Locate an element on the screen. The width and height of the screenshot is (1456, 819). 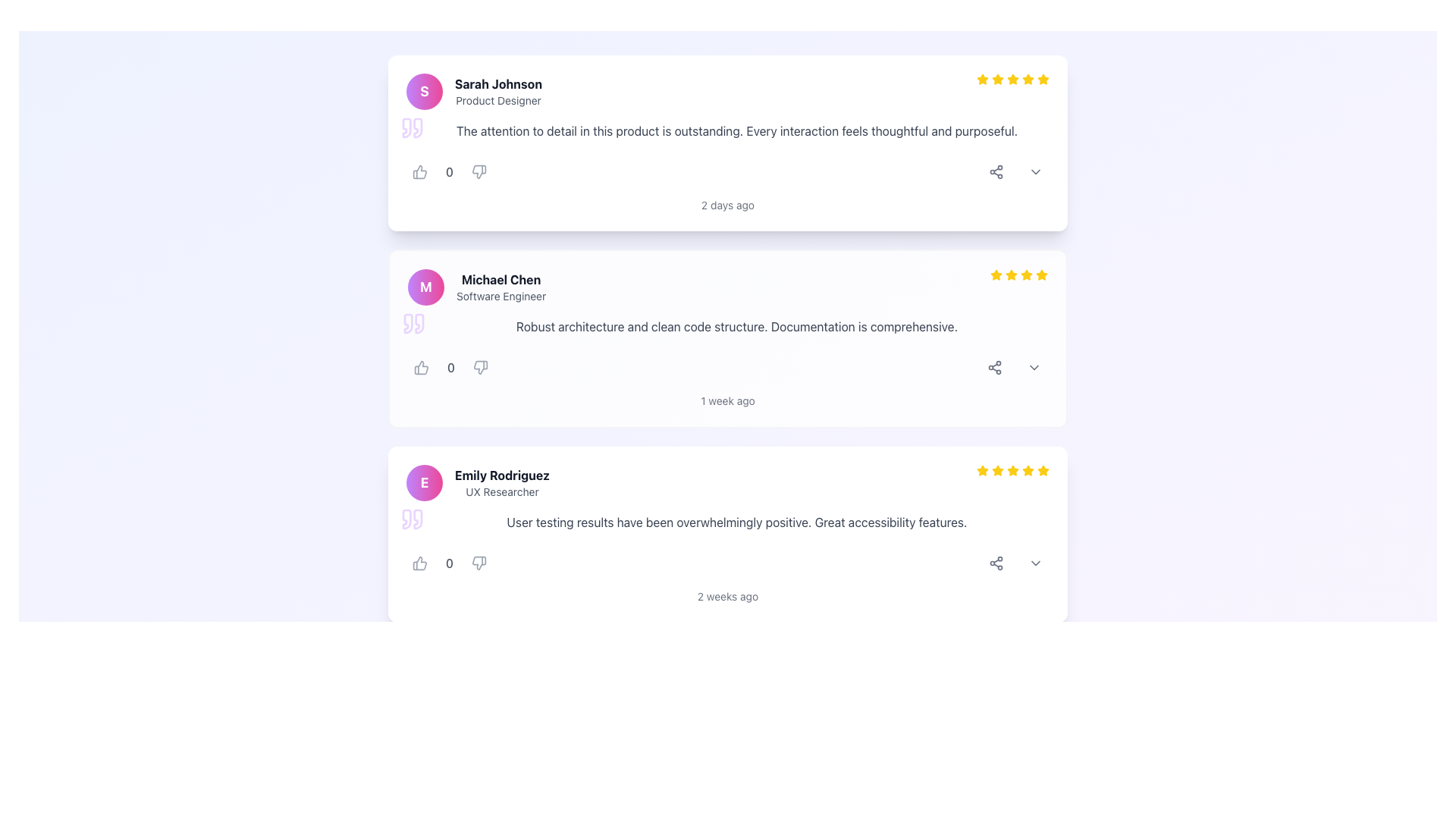
the negative feedback button located on the right side of a counter displaying '0', which is the second button in the interactive feedback interface is located at coordinates (479, 171).